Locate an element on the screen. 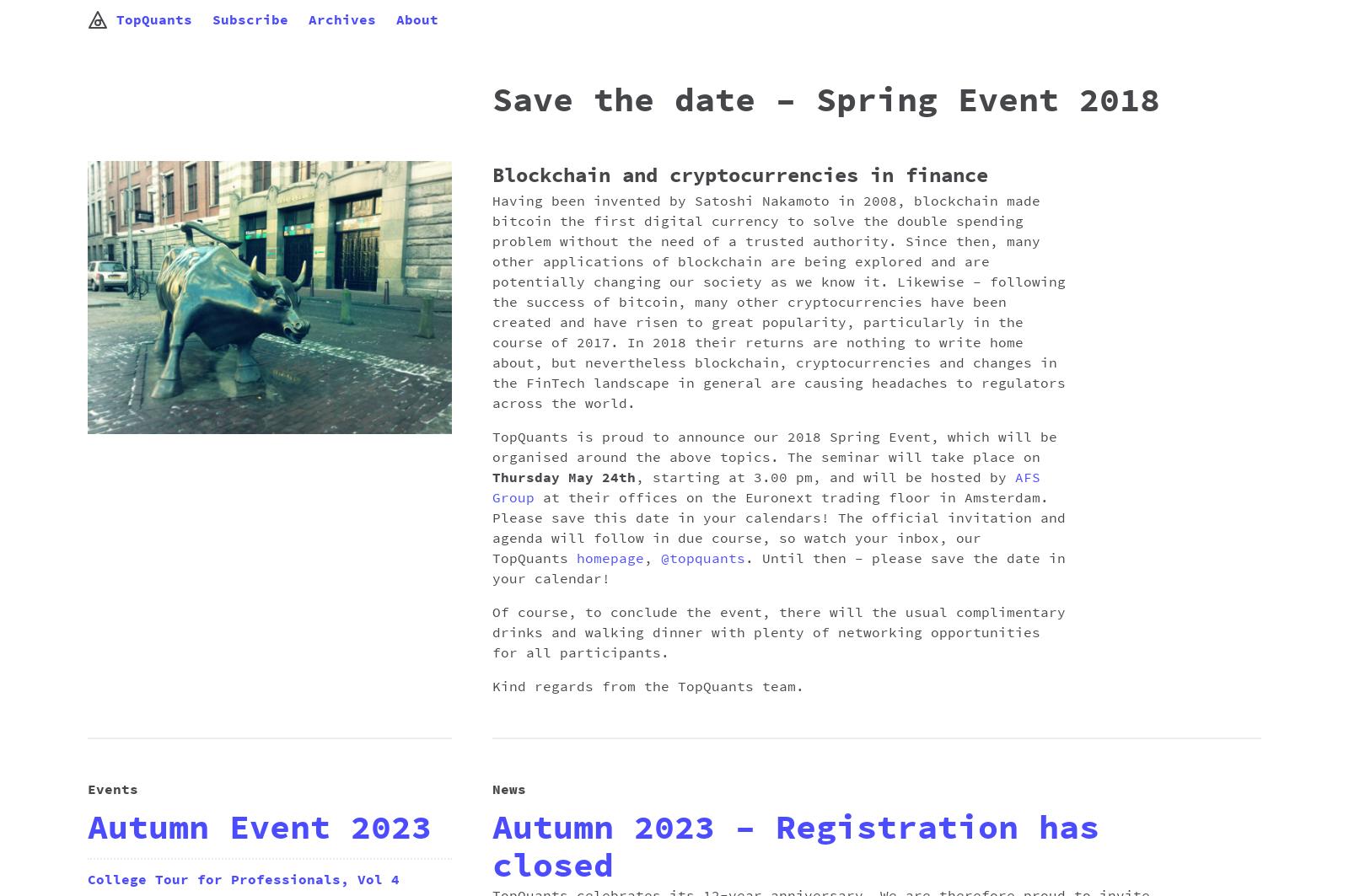 The image size is (1349, 896). 'News' is located at coordinates (508, 789).